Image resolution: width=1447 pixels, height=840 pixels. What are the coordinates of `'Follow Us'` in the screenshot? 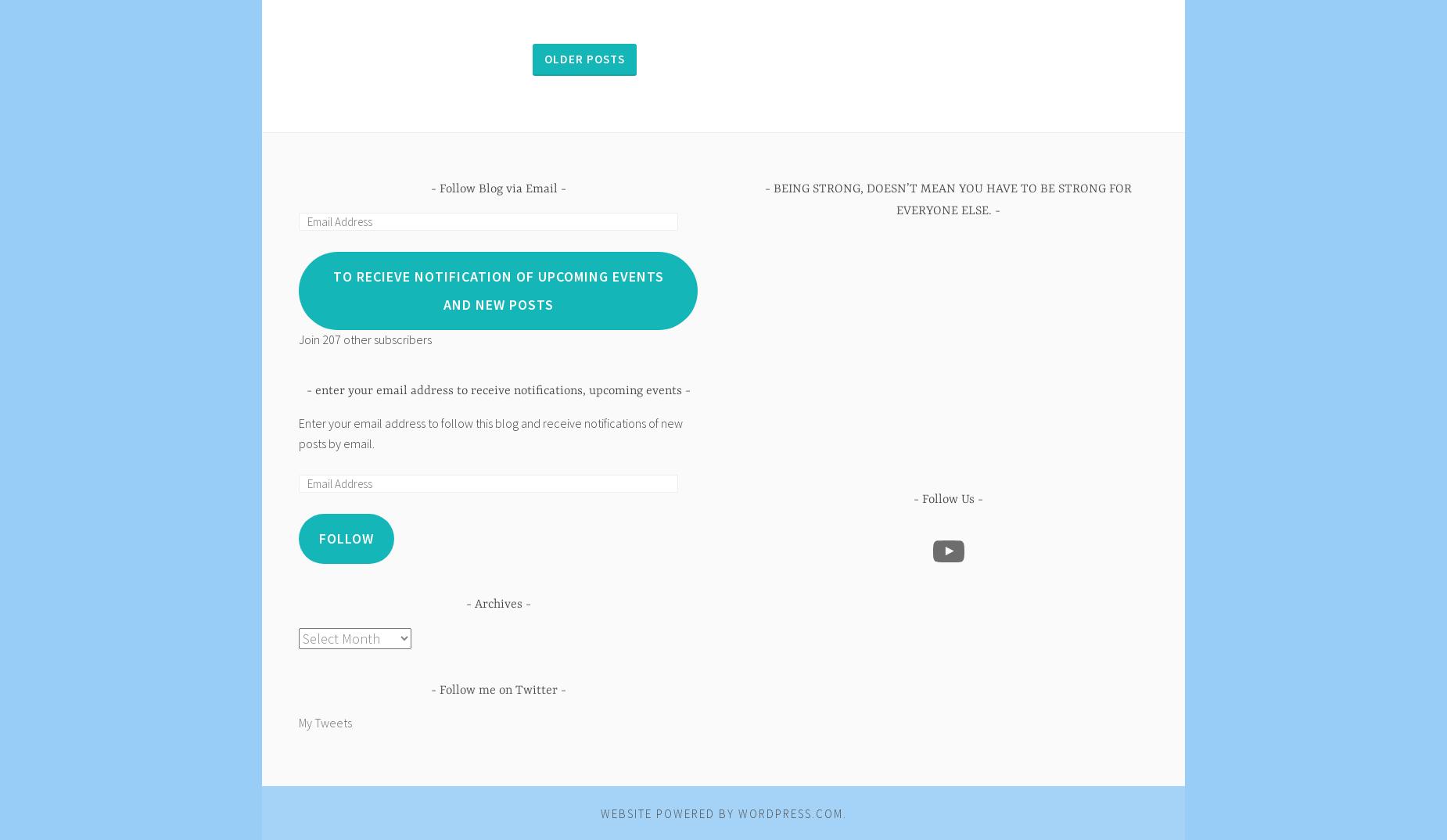 It's located at (947, 500).